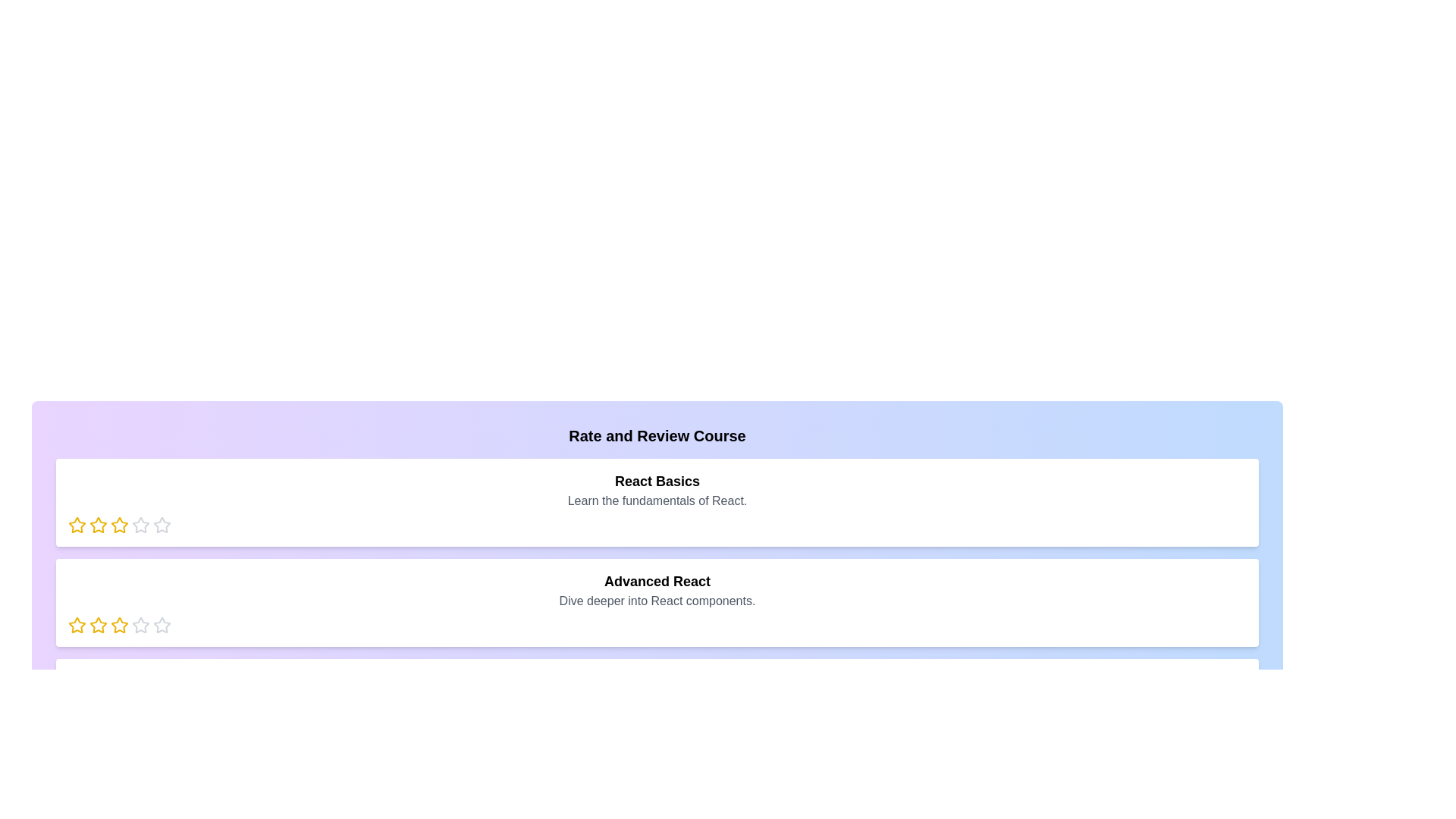 The width and height of the screenshot is (1456, 819). What do you see at coordinates (141, 524) in the screenshot?
I see `the third star-shaped button in the rating control group` at bounding box center [141, 524].